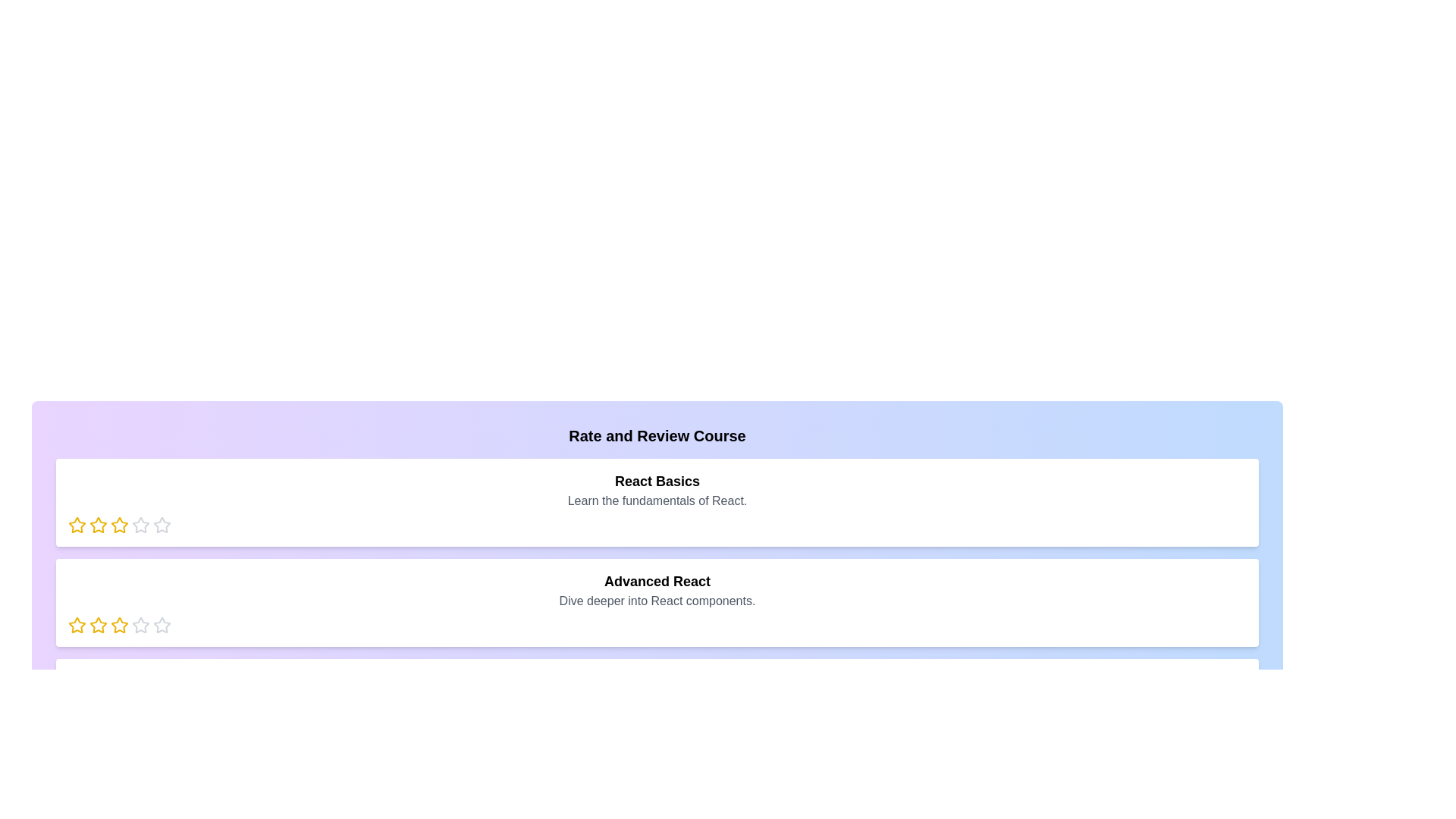 The width and height of the screenshot is (1456, 819). What do you see at coordinates (141, 524) in the screenshot?
I see `the third star-shaped button in the rating control group` at bounding box center [141, 524].